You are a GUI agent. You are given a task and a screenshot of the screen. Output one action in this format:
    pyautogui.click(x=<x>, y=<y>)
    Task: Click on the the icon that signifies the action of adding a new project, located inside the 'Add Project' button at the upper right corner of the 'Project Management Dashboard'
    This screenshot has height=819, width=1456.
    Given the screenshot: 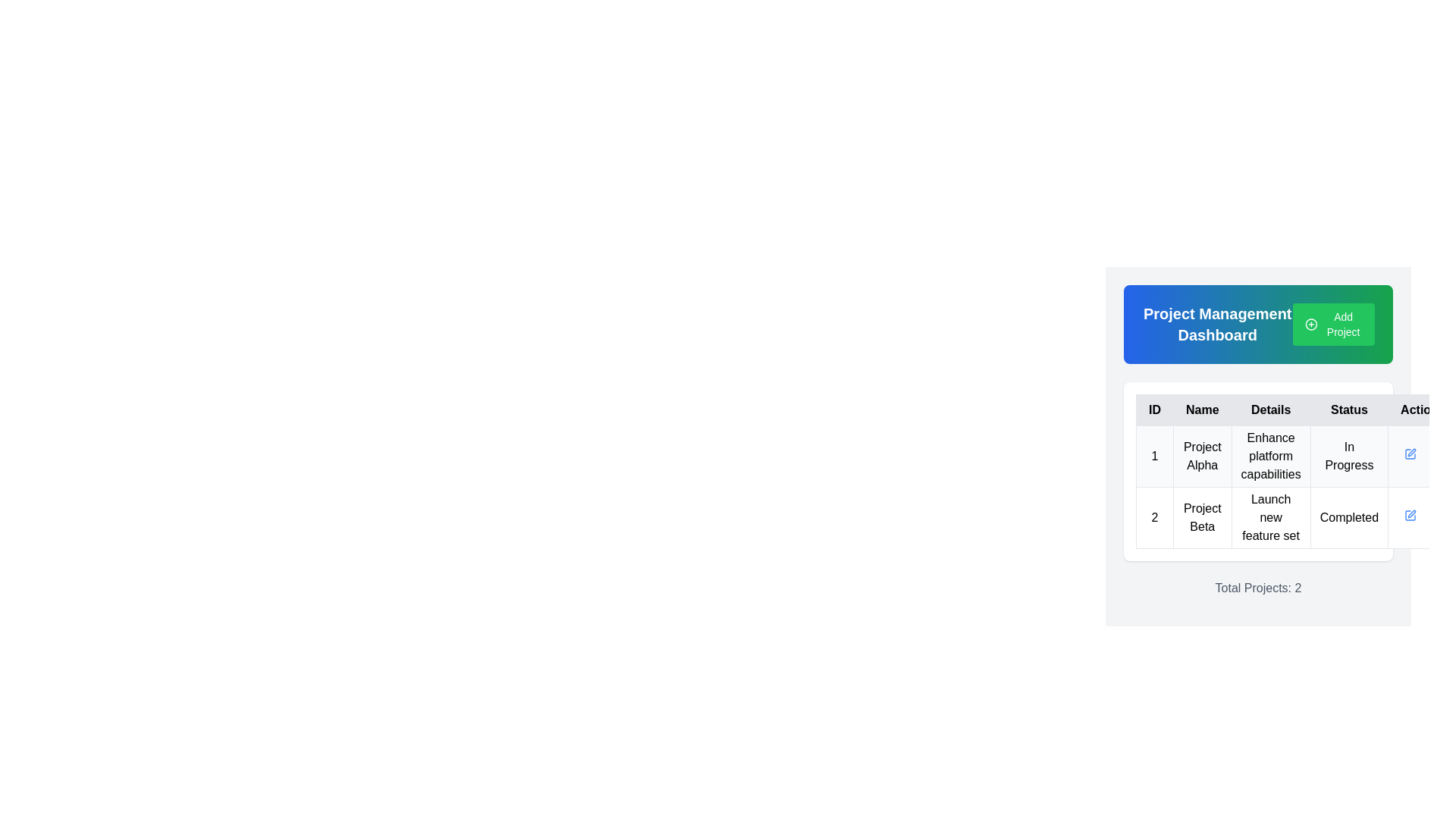 What is the action you would take?
    pyautogui.click(x=1310, y=324)
    